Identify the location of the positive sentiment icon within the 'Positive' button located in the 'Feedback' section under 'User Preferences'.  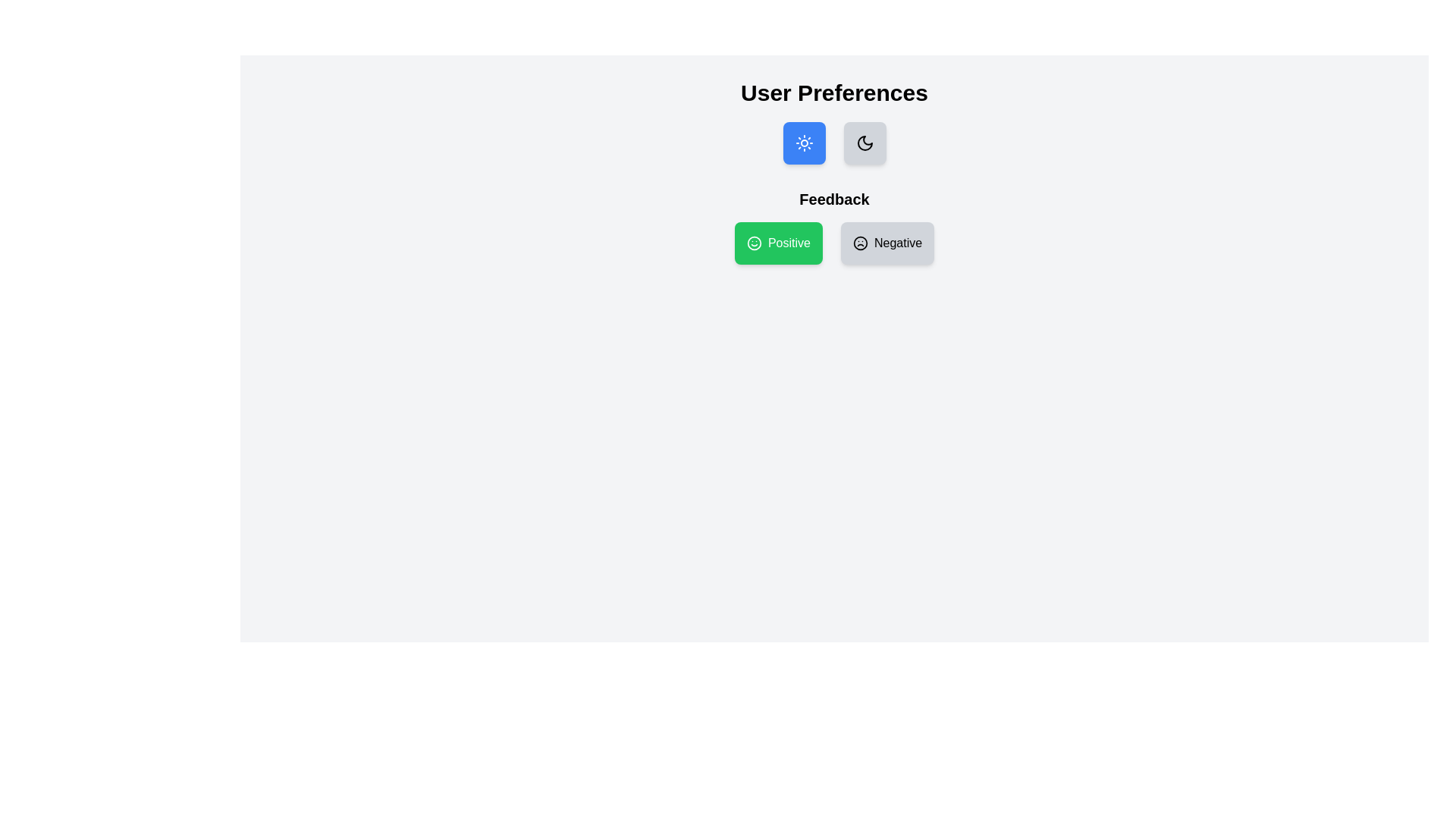
(754, 242).